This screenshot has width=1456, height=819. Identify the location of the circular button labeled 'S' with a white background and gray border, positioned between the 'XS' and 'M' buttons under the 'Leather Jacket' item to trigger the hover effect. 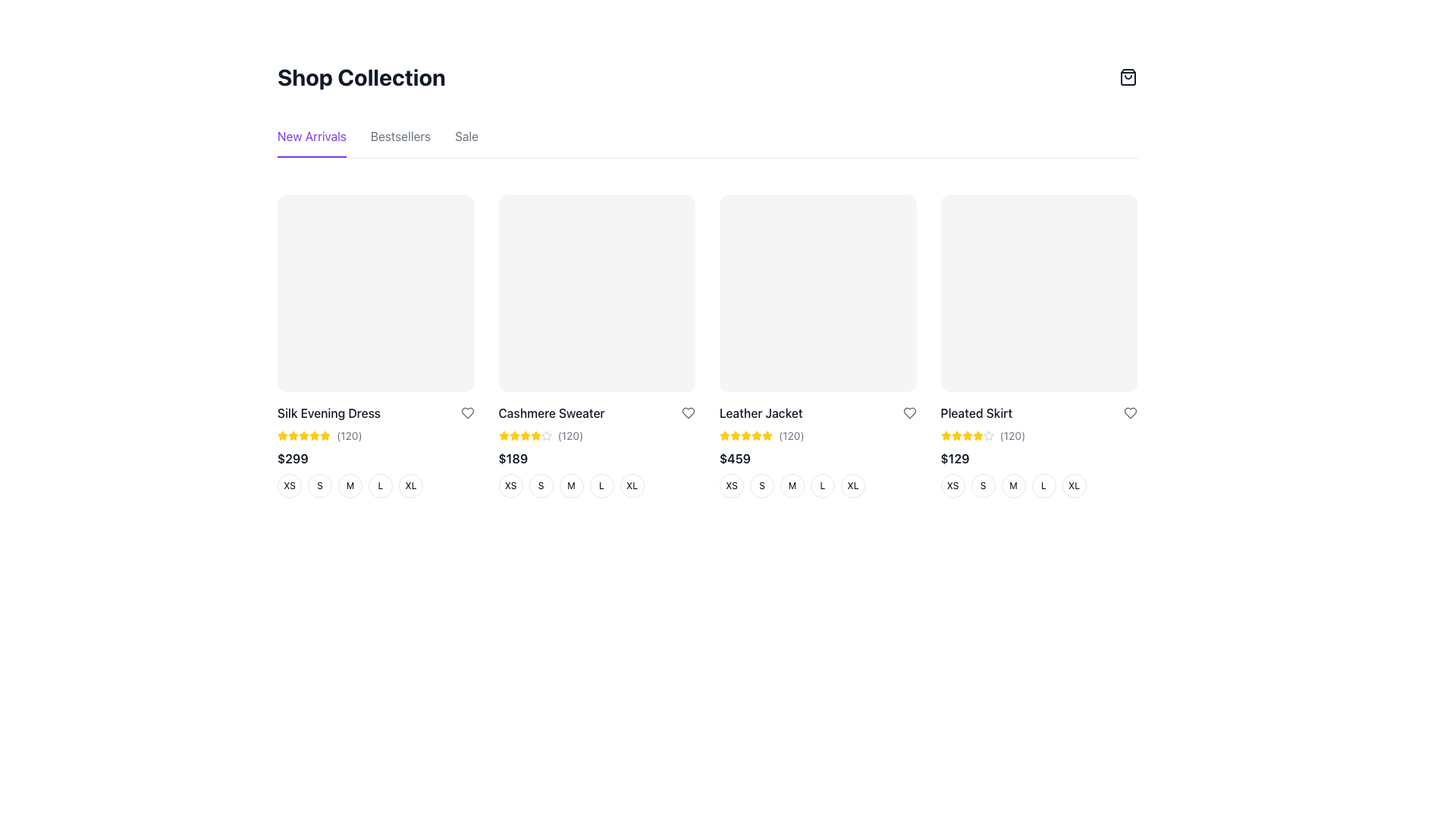
(761, 485).